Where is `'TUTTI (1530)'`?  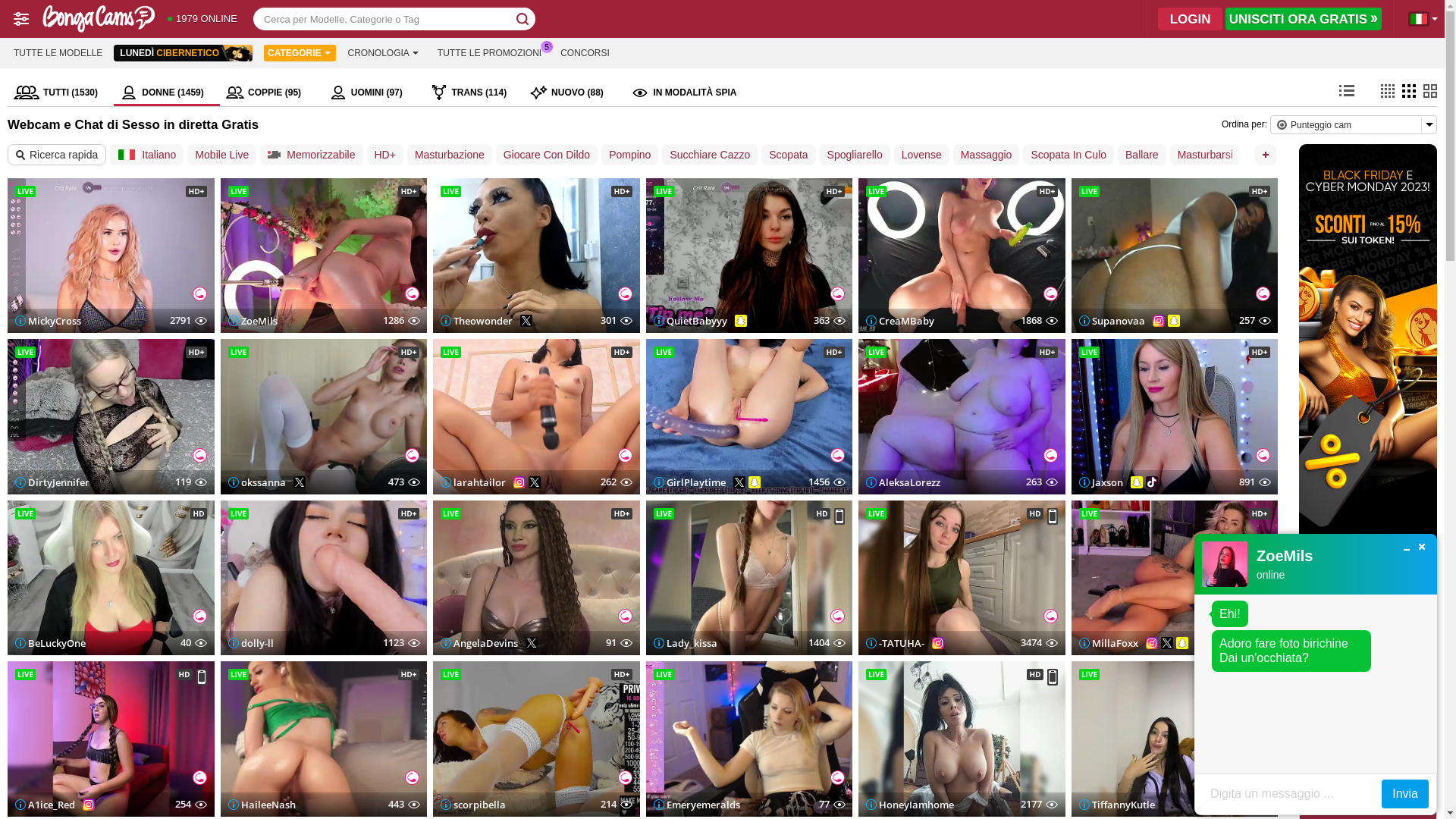
'TUTTI (1530)' is located at coordinates (61, 93).